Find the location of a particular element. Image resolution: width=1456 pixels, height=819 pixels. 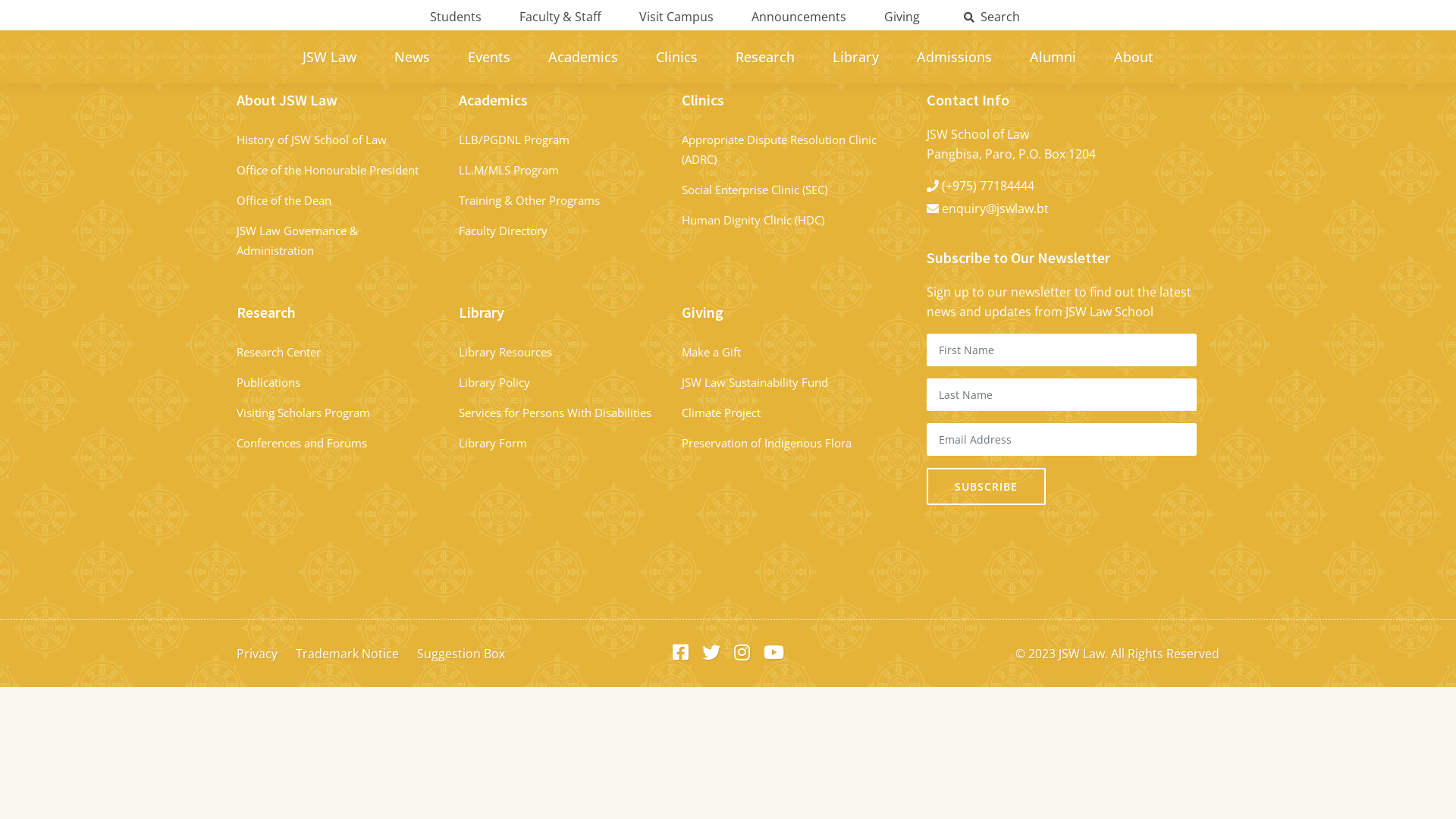

'Social Enterprise Clinic (SEC)' is located at coordinates (754, 189).